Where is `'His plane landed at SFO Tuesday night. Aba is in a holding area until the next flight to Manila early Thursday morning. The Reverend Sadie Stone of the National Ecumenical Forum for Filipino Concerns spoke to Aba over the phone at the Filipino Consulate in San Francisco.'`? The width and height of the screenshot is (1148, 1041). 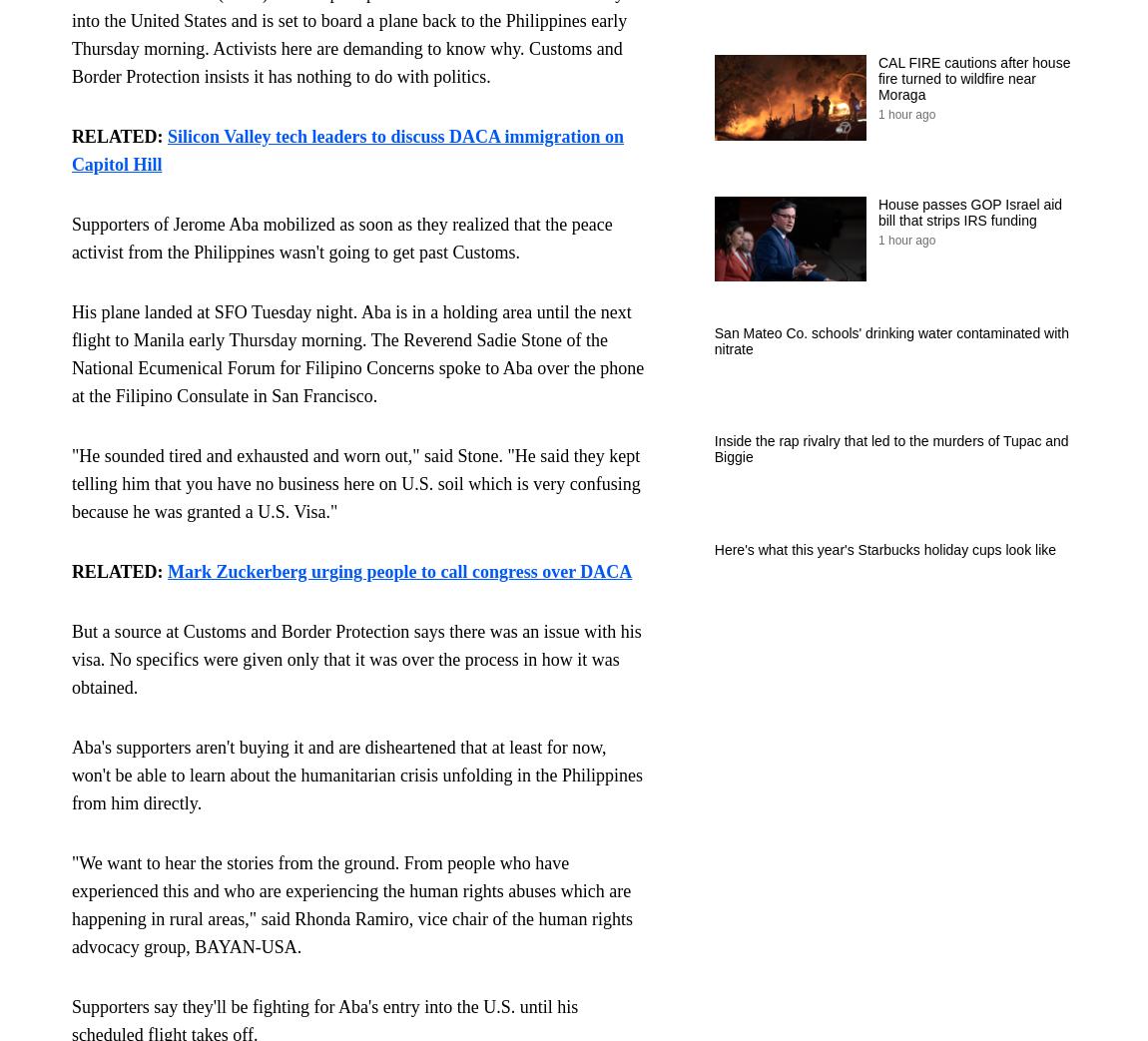
'His plane landed at SFO Tuesday night. Aba is in a holding area until the next flight to Manila early Thursday morning. The Reverend Sadie Stone of the National Ecumenical Forum for Filipino Concerns spoke to Aba over the phone at the Filipino Consulate in San Francisco.' is located at coordinates (356, 353).